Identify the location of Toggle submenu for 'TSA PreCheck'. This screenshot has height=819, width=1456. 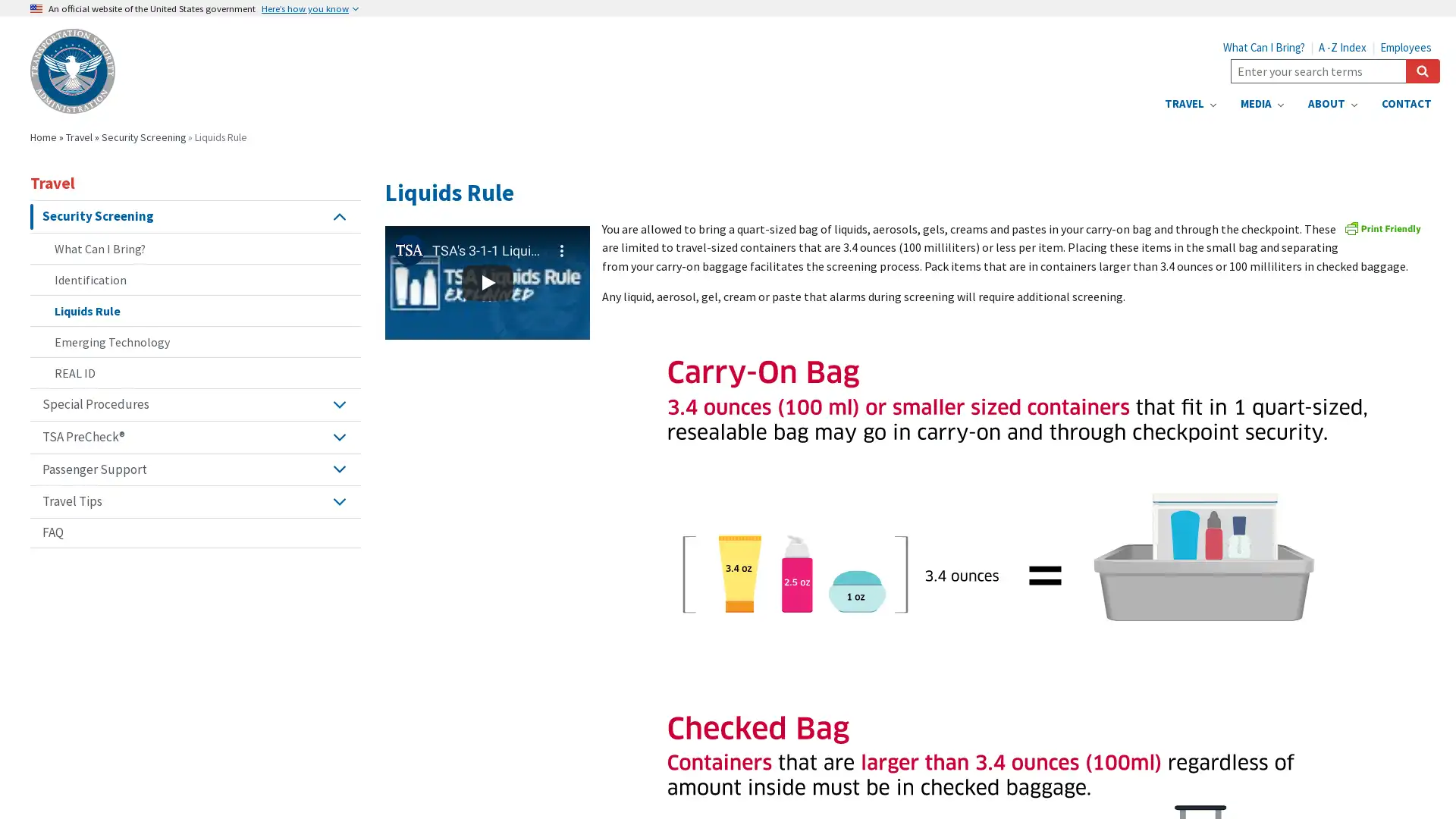
(338, 436).